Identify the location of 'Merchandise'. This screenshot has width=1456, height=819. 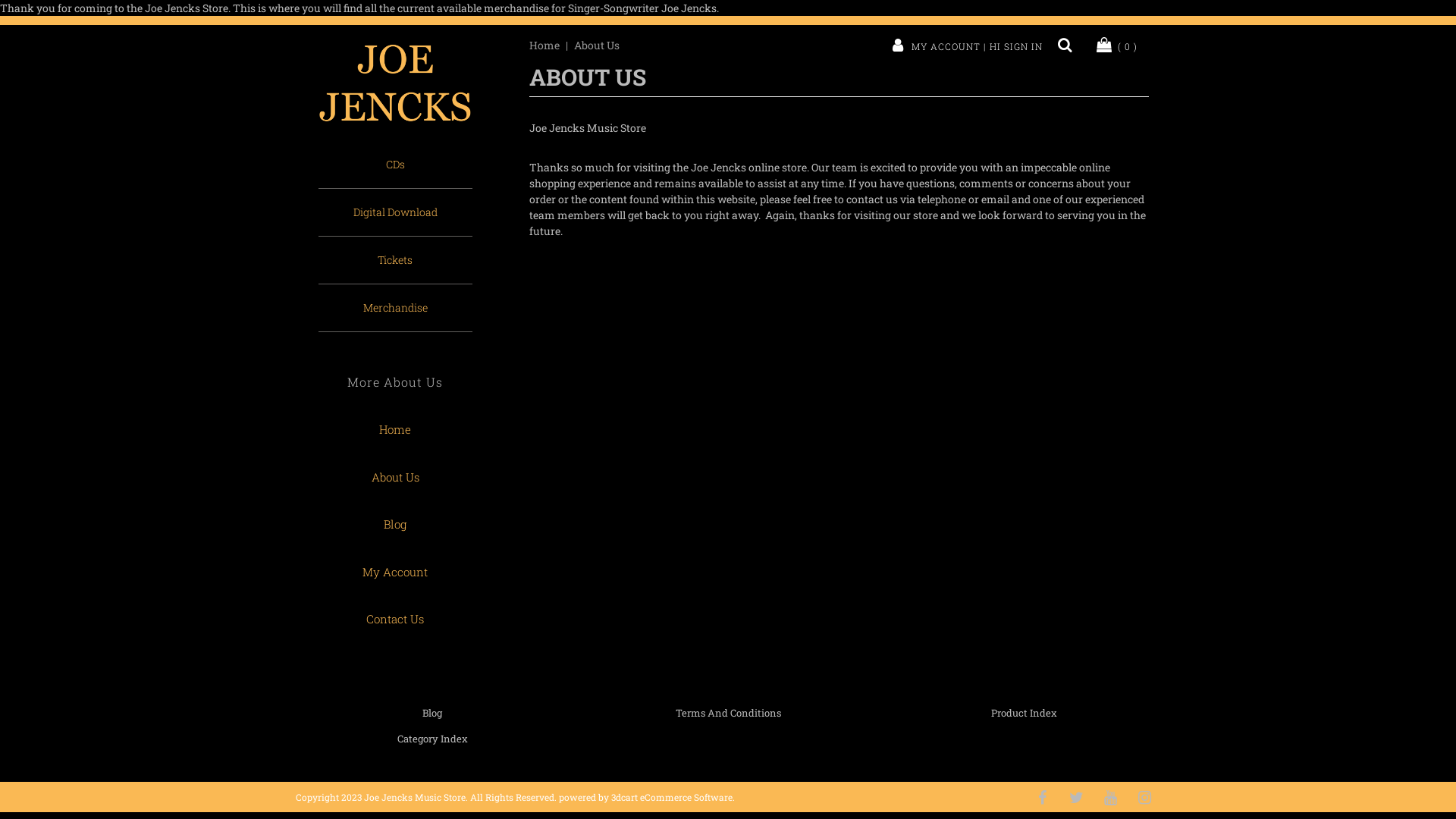
(395, 307).